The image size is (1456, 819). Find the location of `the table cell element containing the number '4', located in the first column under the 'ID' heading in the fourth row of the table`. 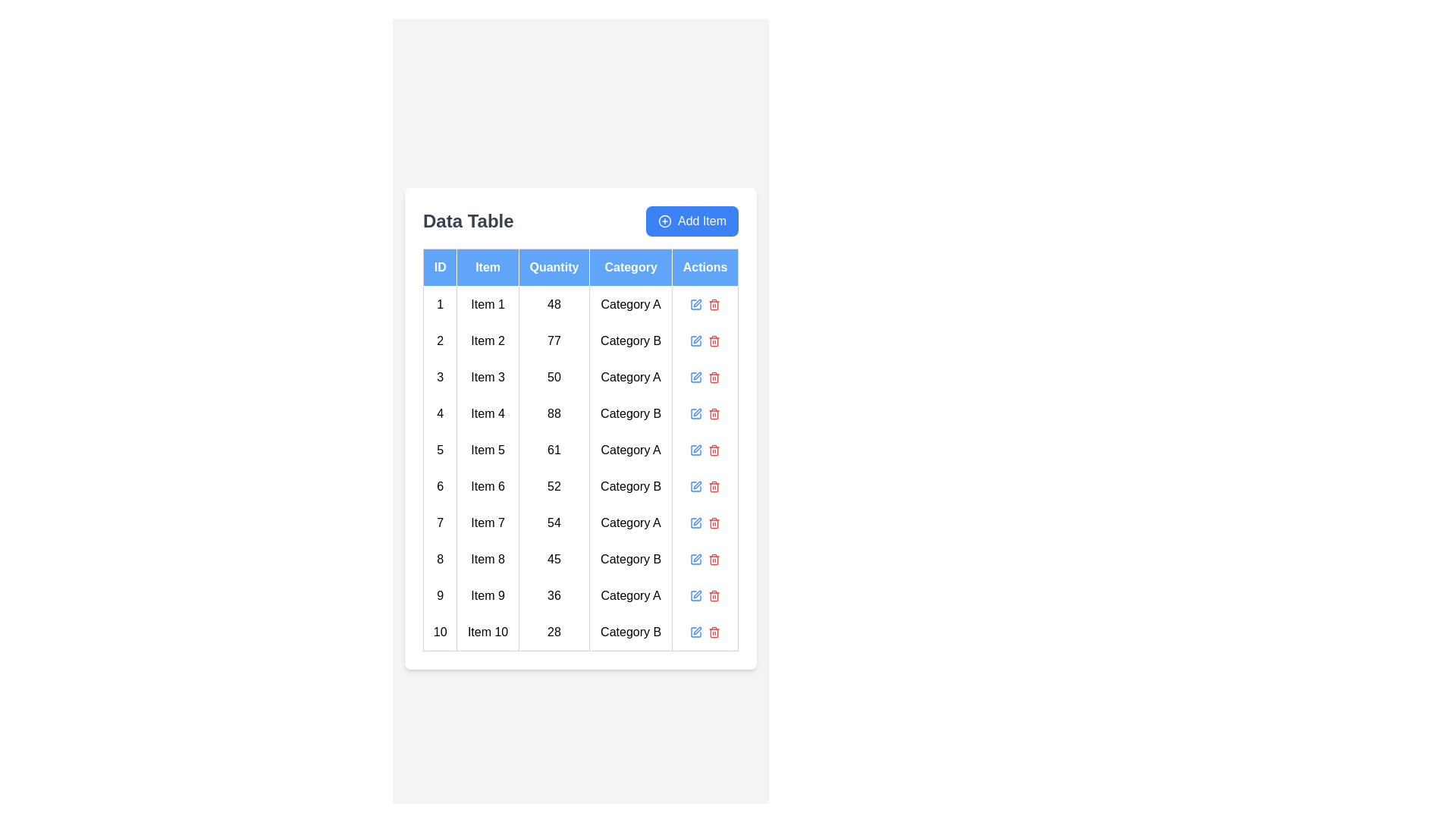

the table cell element containing the number '4', located in the first column under the 'ID' heading in the fourth row of the table is located at coordinates (439, 413).